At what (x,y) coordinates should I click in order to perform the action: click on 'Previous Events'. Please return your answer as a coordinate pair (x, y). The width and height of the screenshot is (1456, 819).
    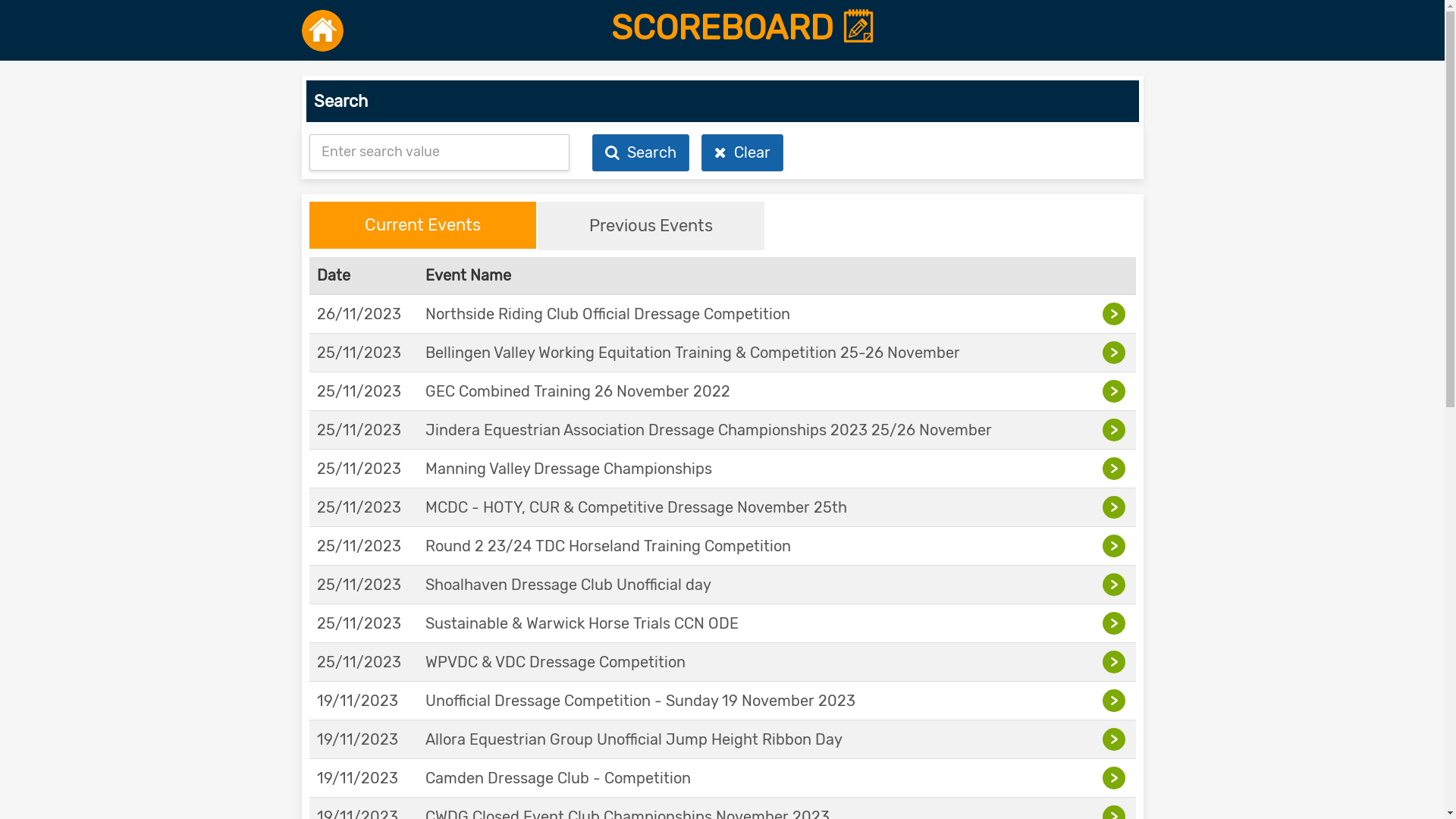
    Looking at the image, I should click on (651, 225).